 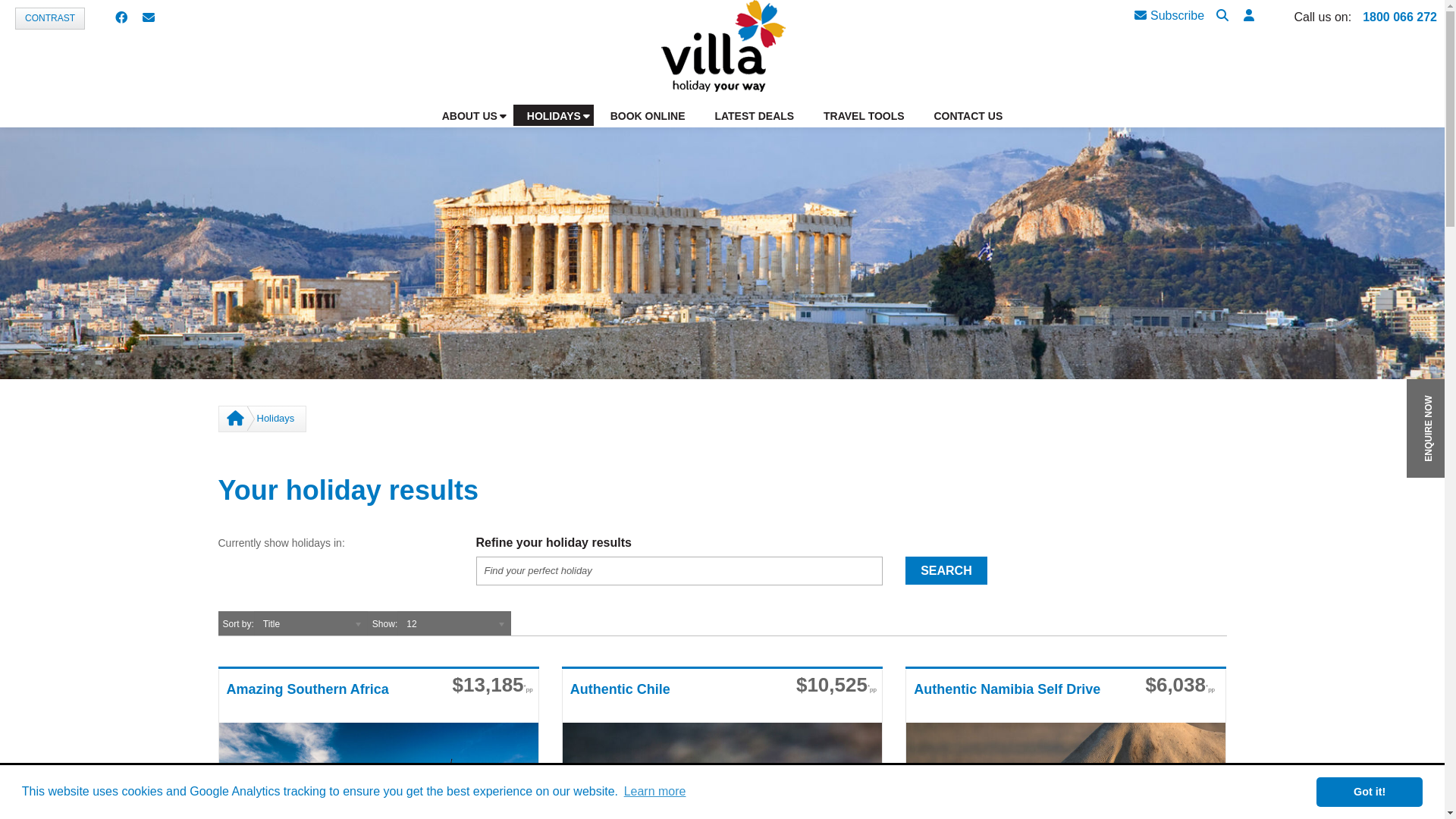 What do you see at coordinates (453, 623) in the screenshot?
I see `'12'` at bounding box center [453, 623].